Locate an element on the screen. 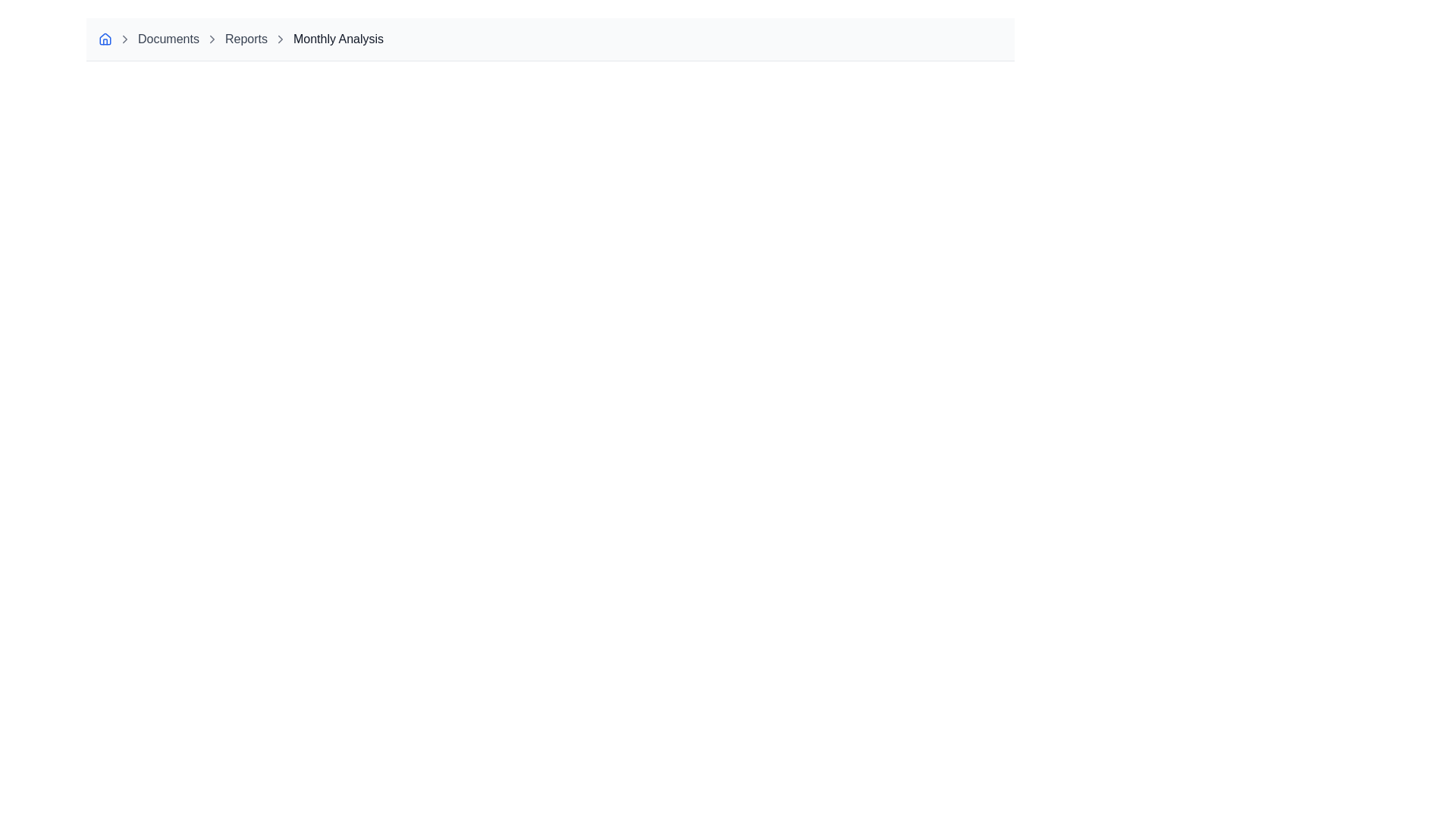  the fourth chevron SVG icon in the breadcrumb navigation that separates 'Reports' and 'Monthly Analysis' is located at coordinates (280, 38).